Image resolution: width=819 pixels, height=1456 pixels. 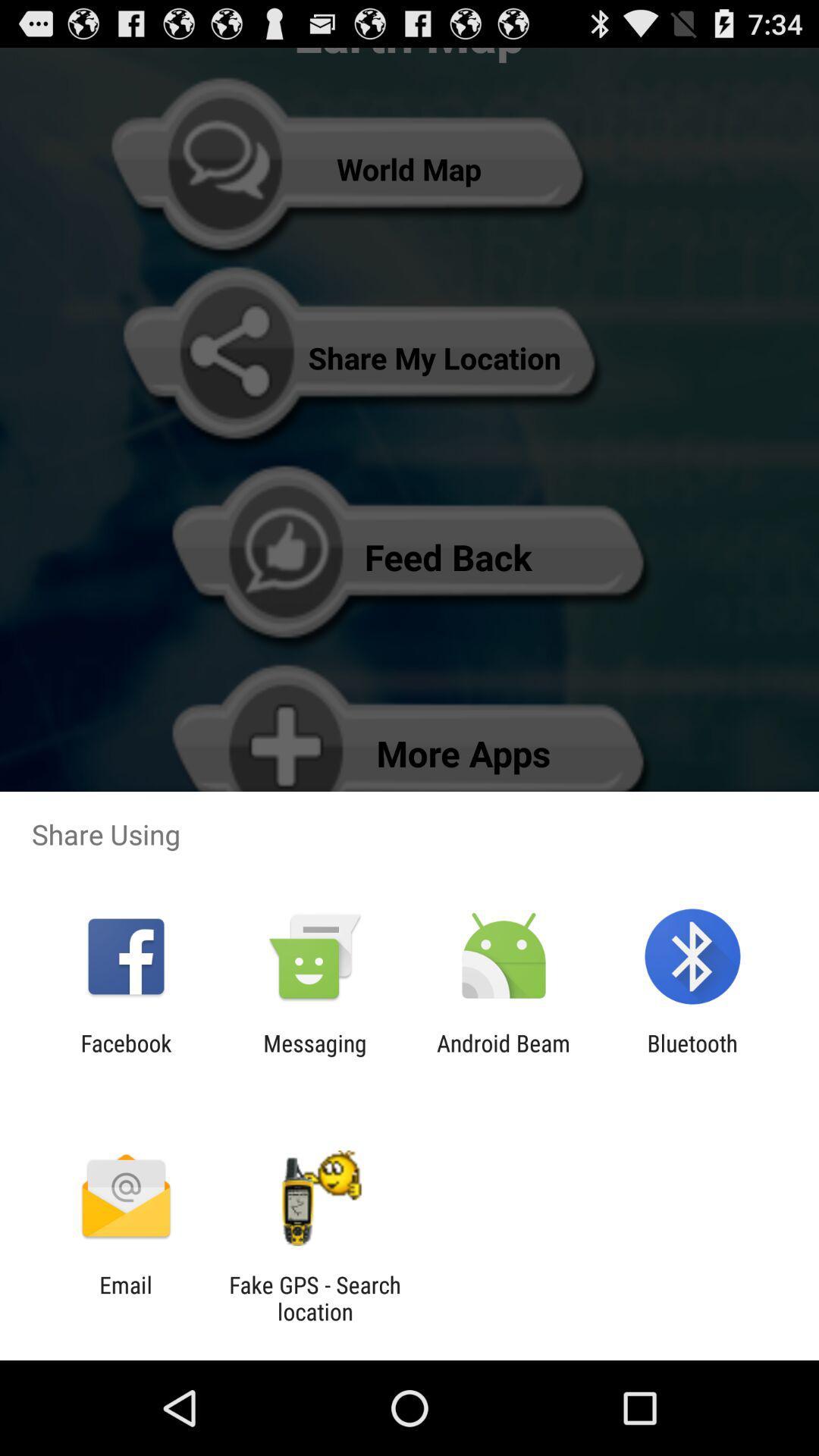 What do you see at coordinates (504, 1056) in the screenshot?
I see `the android beam item` at bounding box center [504, 1056].